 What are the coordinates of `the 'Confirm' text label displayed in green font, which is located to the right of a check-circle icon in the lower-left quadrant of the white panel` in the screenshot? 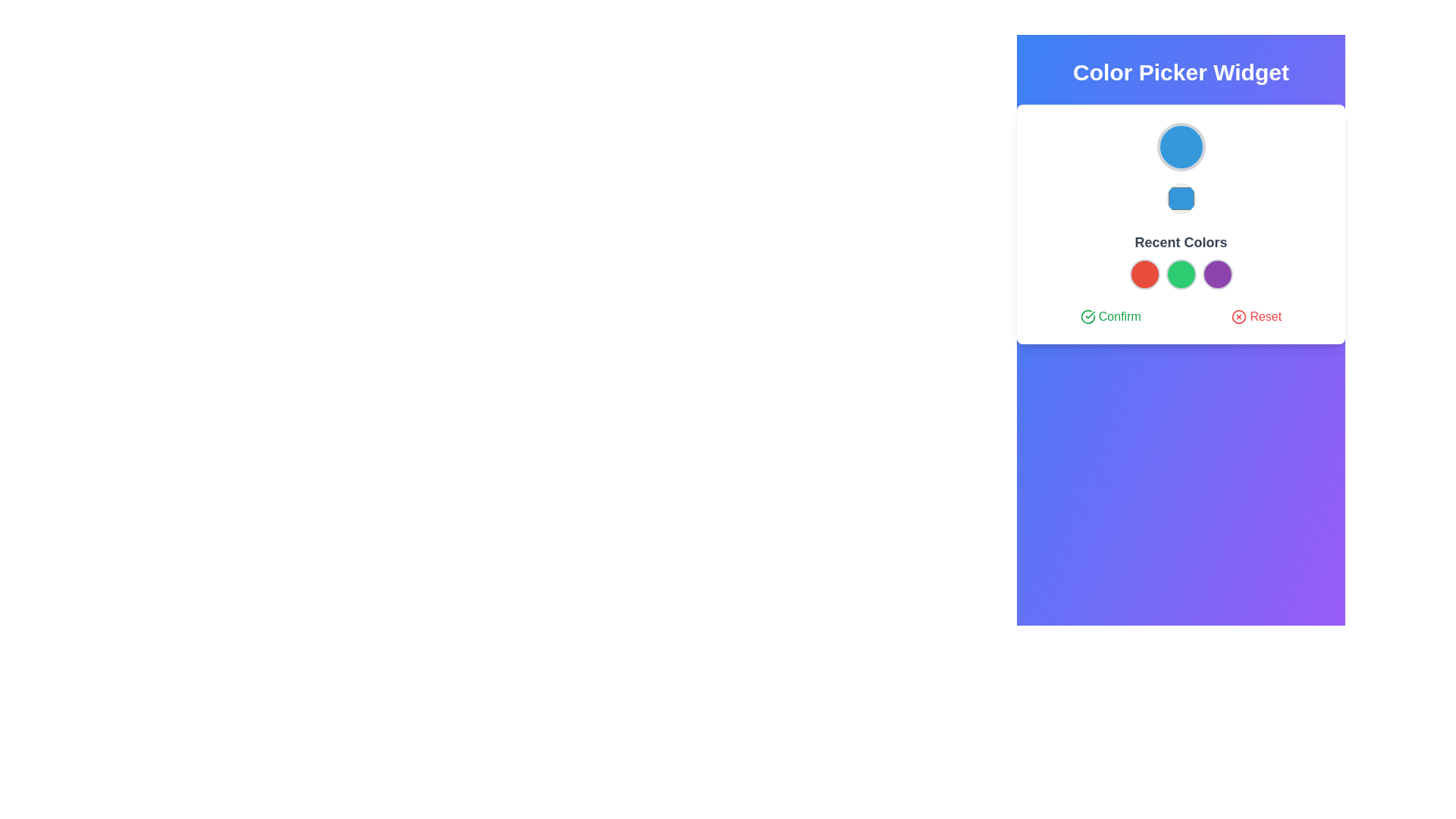 It's located at (1119, 315).